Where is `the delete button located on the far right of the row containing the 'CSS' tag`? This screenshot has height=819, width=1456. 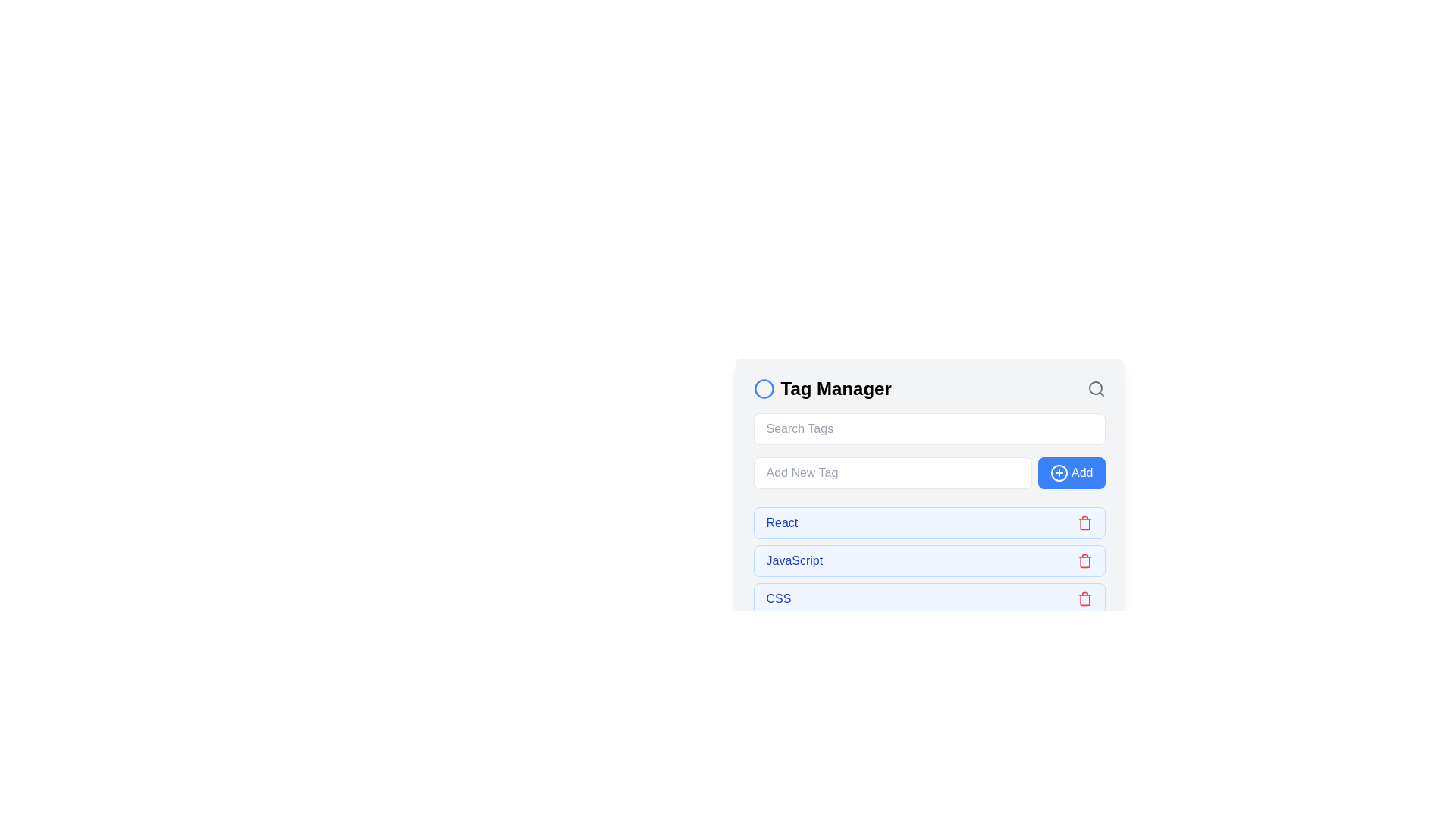 the delete button located on the far right of the row containing the 'CSS' tag is located at coordinates (1084, 598).